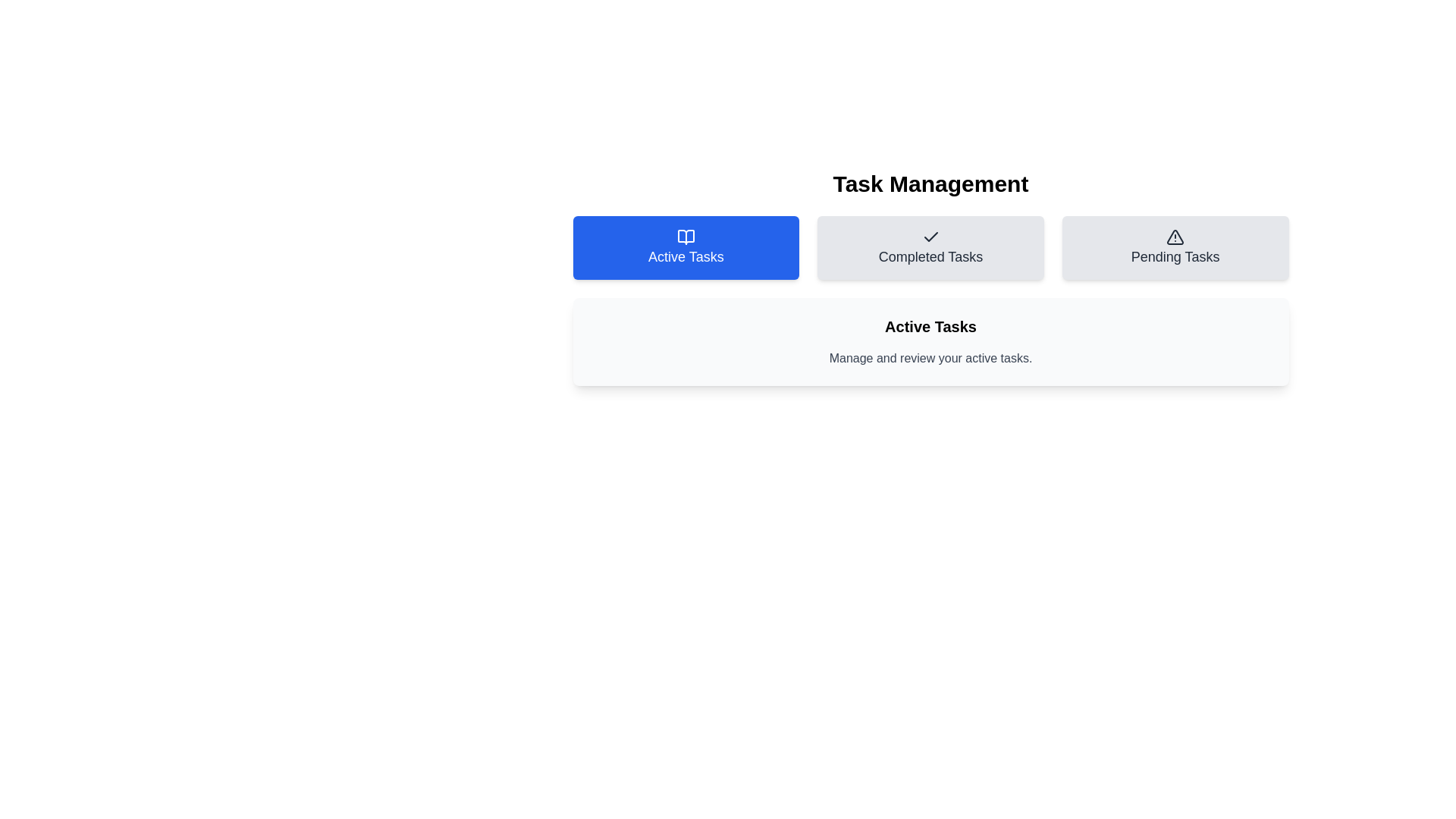 This screenshot has height=819, width=1456. Describe the element at coordinates (930, 247) in the screenshot. I see `the tab labeled 'Completed Tasks'` at that location.